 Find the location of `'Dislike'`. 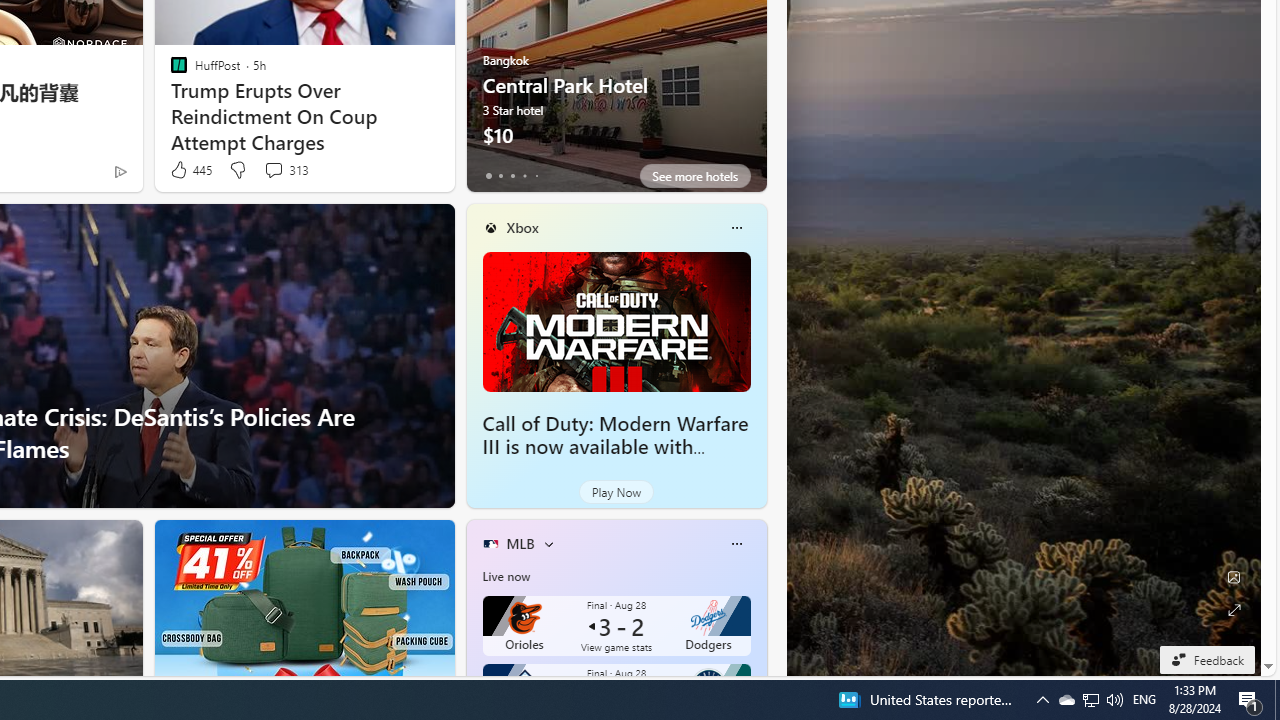

'Dislike' is located at coordinates (237, 169).